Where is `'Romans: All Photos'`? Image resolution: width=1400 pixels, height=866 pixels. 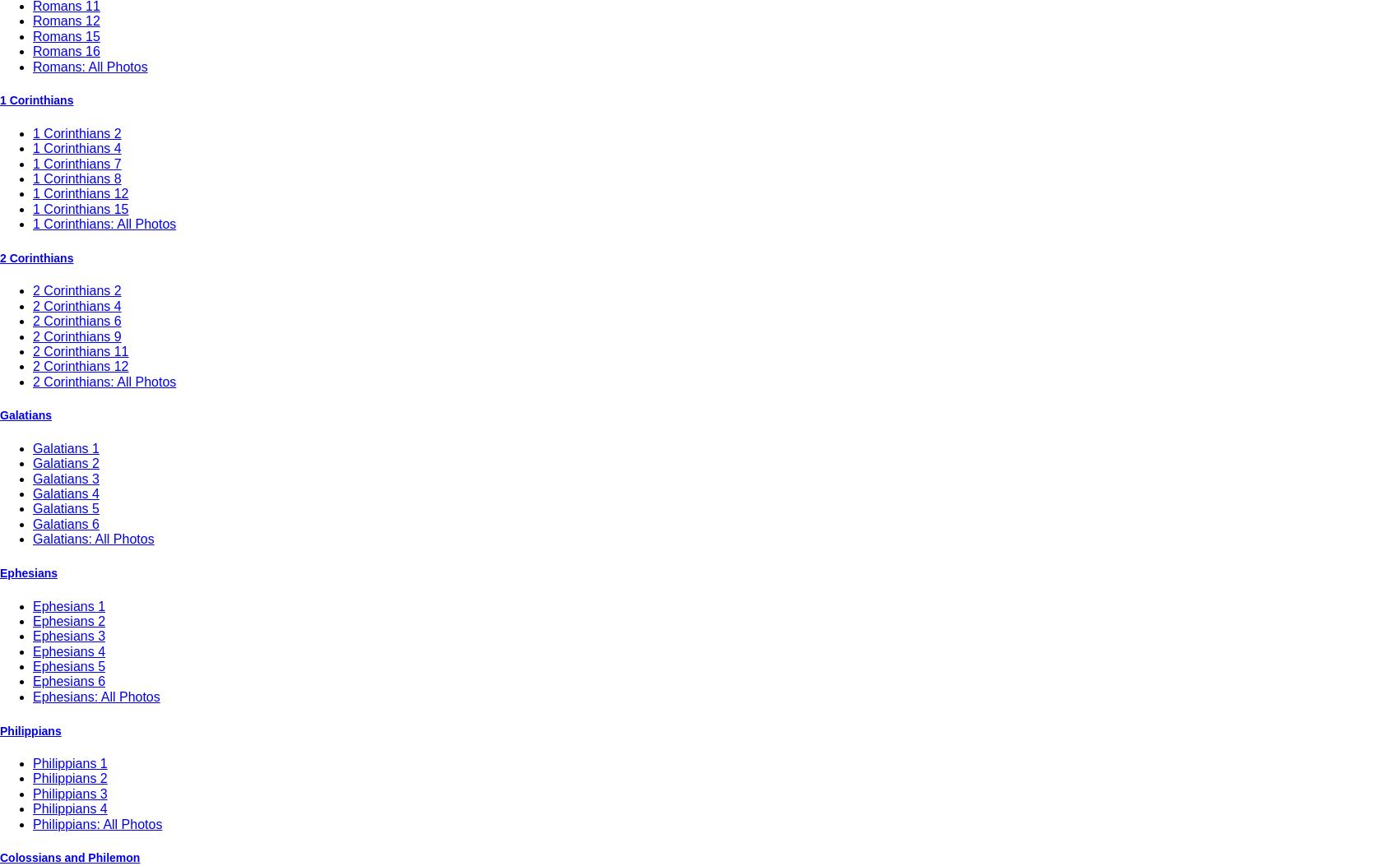 'Romans: All Photos' is located at coordinates (90, 65).